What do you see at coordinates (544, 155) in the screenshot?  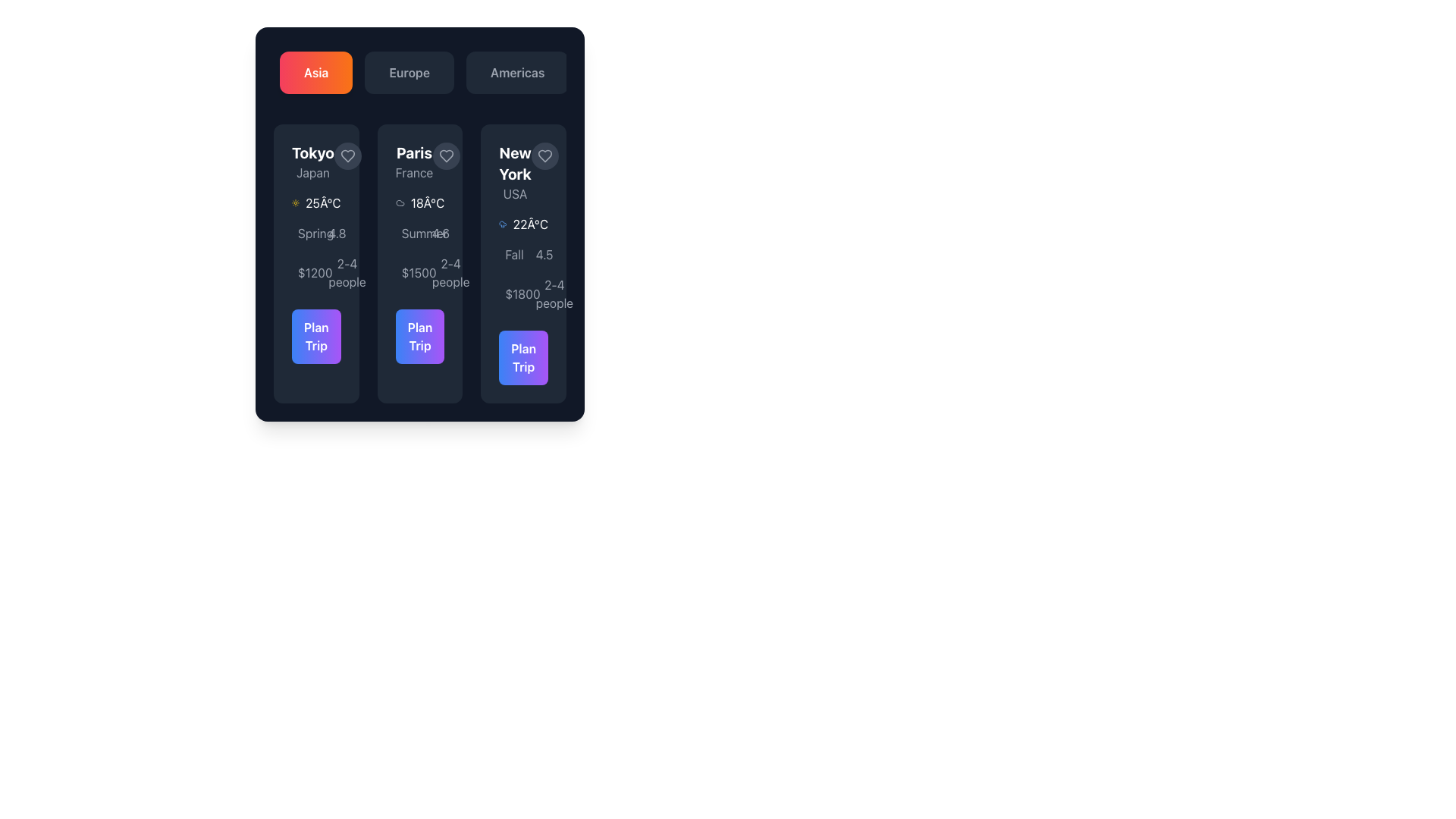 I see `the heart-shaped icon with a gray outline located at the top-right corner of the 'New York, USA' card` at bounding box center [544, 155].